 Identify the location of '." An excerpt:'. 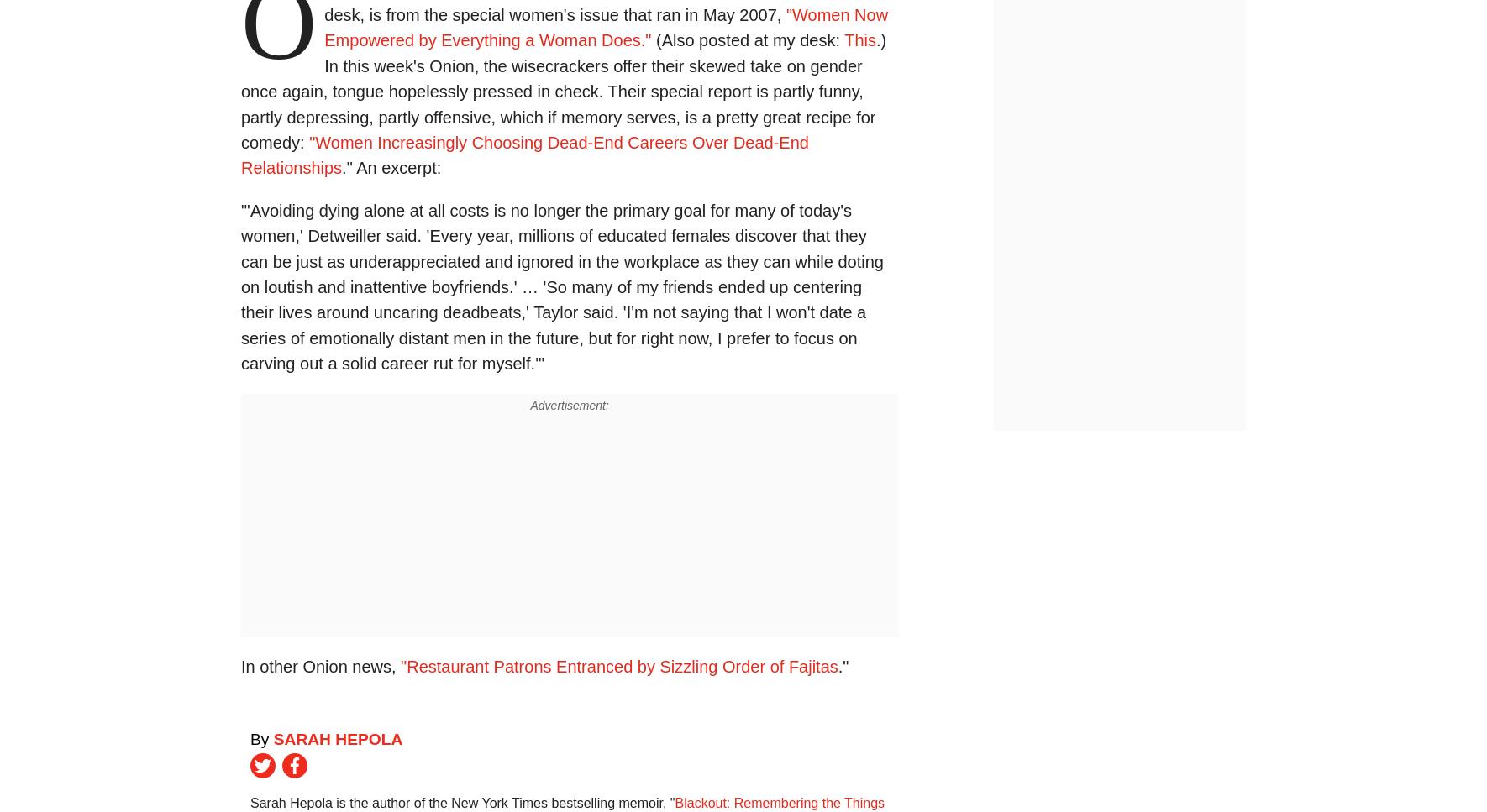
(391, 166).